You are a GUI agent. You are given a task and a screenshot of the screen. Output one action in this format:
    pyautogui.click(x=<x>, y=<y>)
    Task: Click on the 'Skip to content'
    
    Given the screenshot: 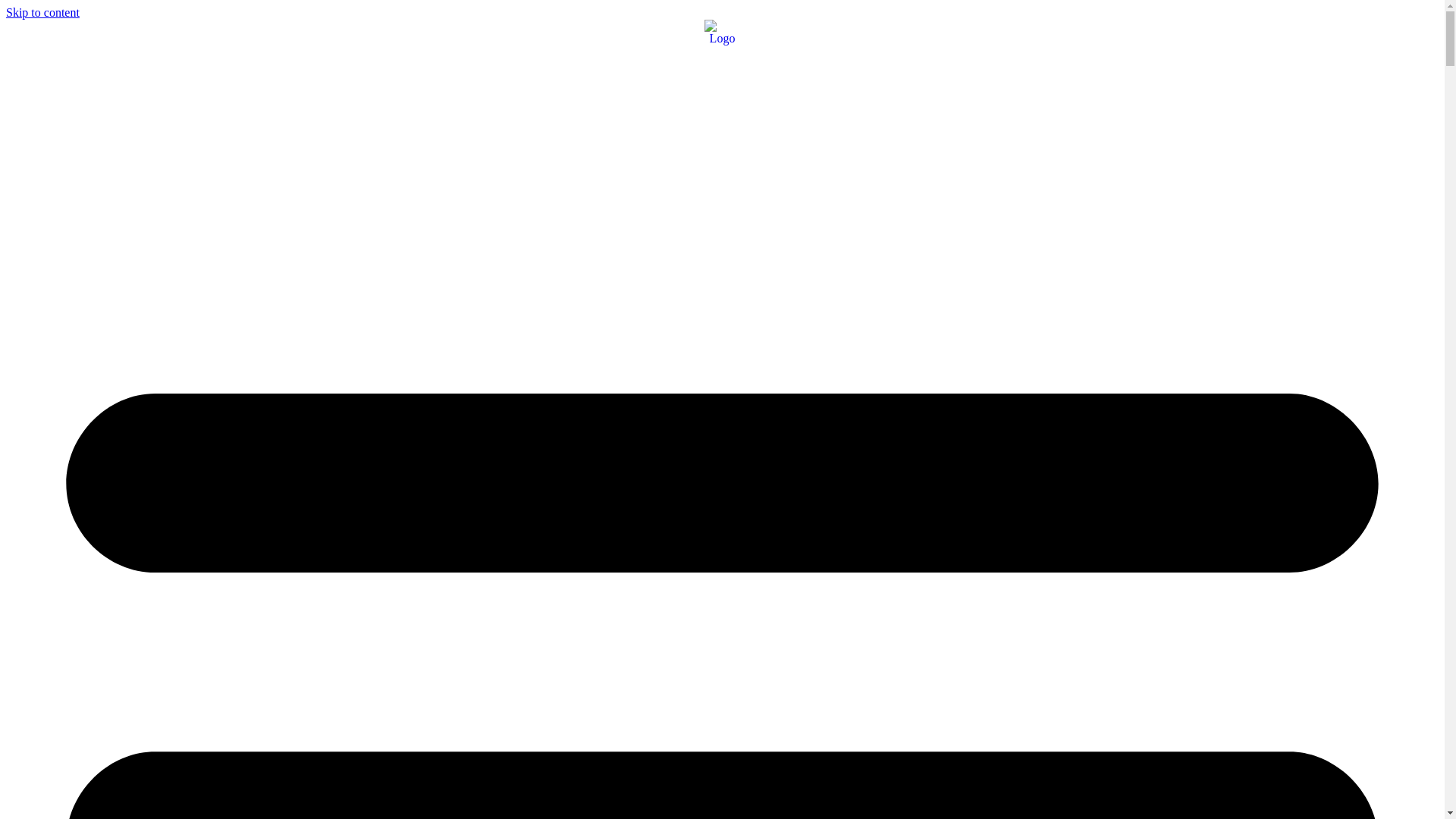 What is the action you would take?
    pyautogui.click(x=6, y=12)
    